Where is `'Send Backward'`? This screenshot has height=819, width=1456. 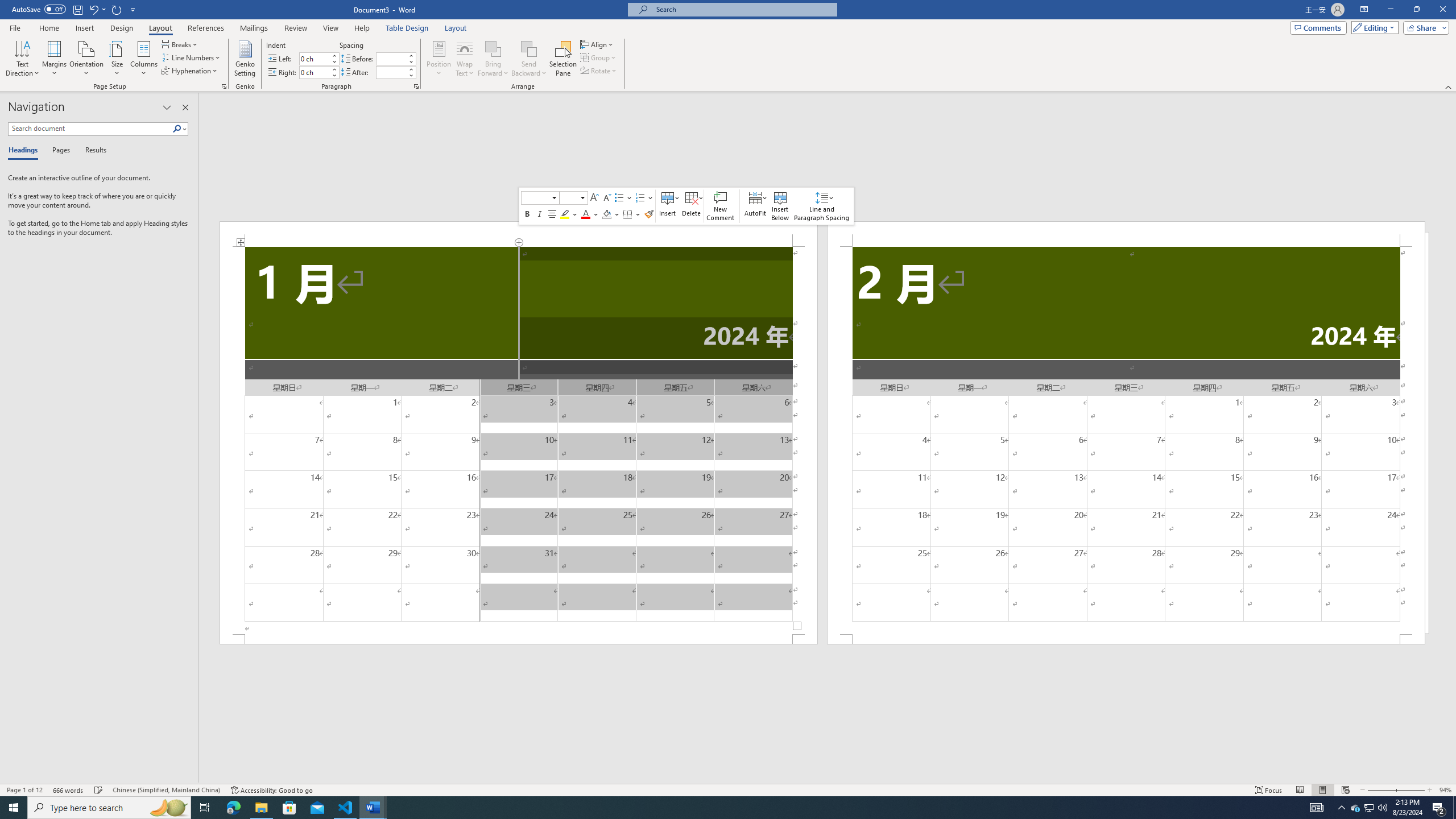 'Send Backward' is located at coordinates (528, 59).